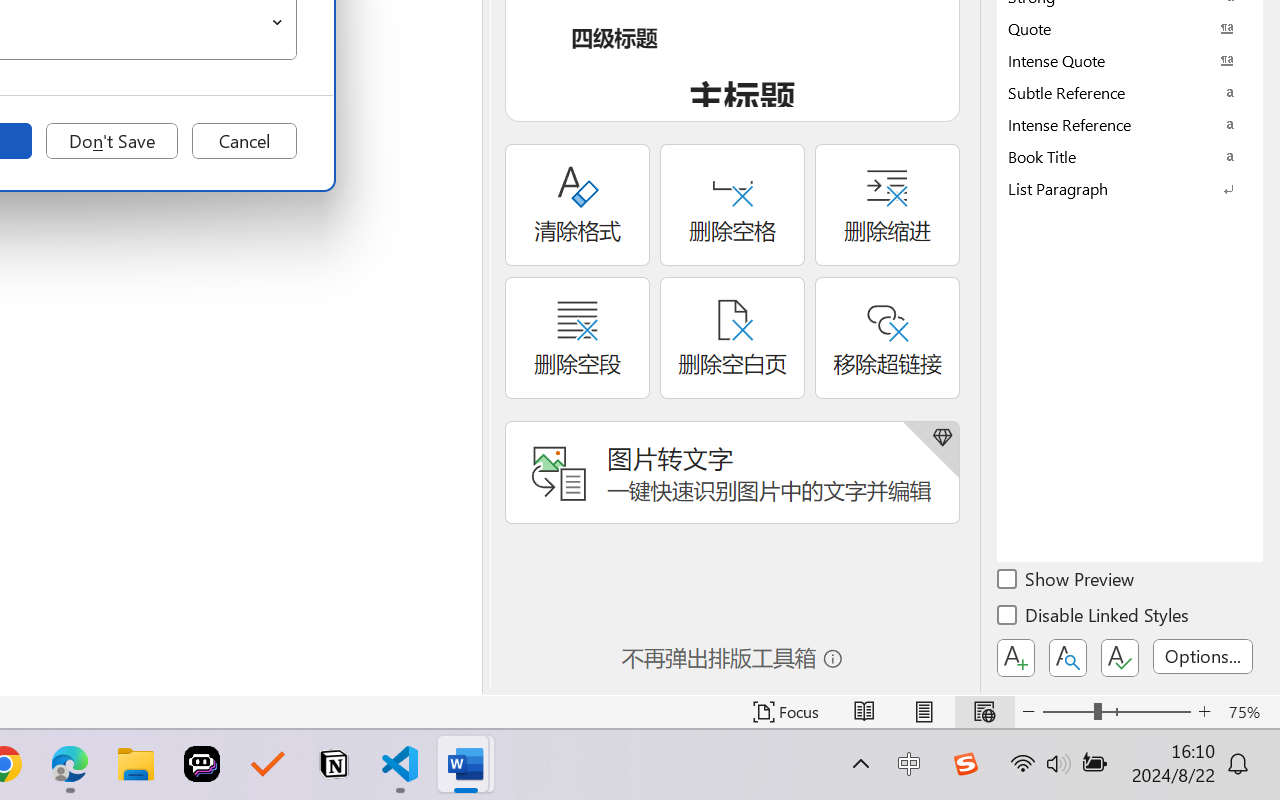  I want to click on 'Zoom In', so click(1204, 711).